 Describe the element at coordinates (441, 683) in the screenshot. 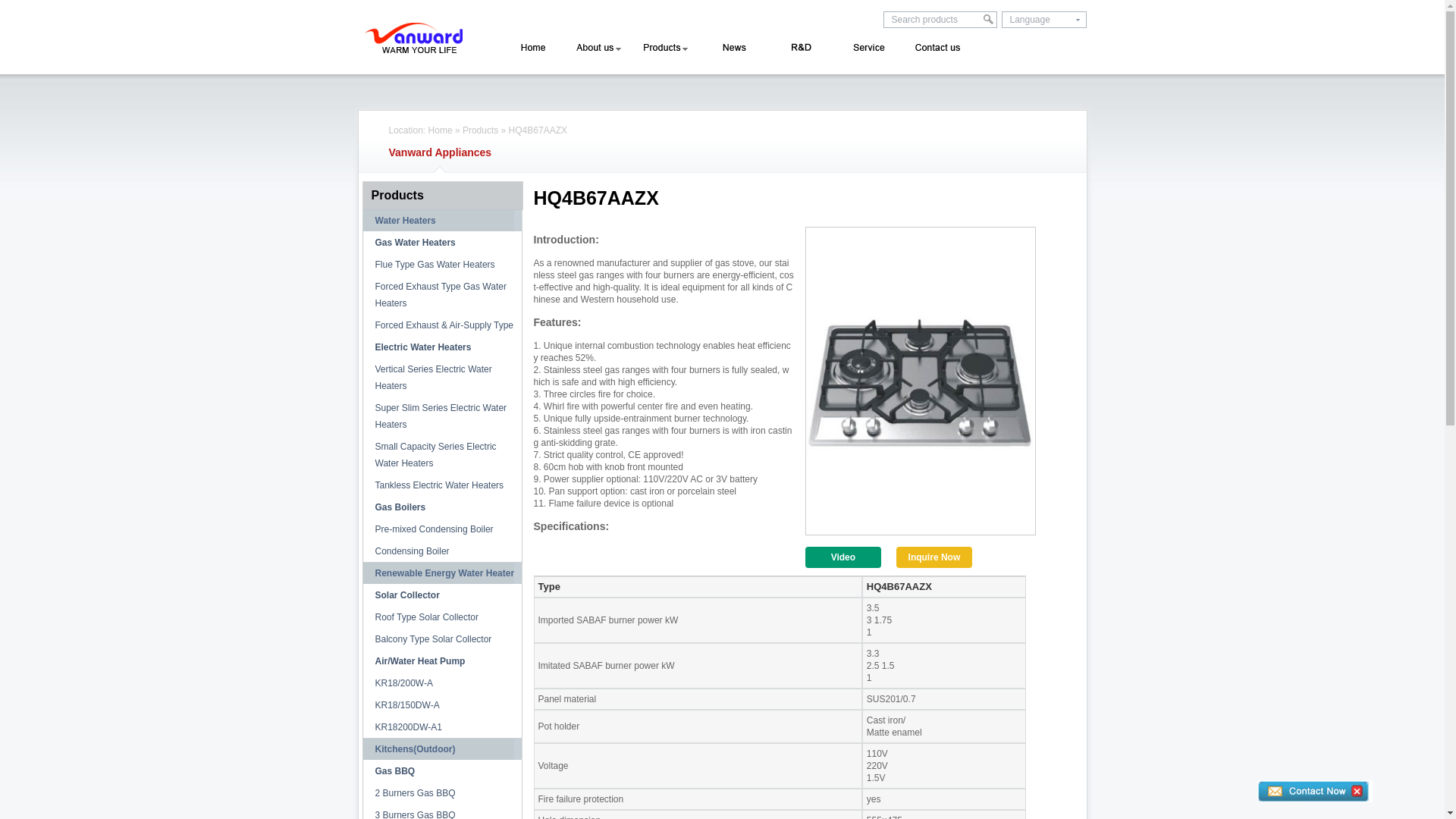

I see `'KR18/200W-A'` at that location.